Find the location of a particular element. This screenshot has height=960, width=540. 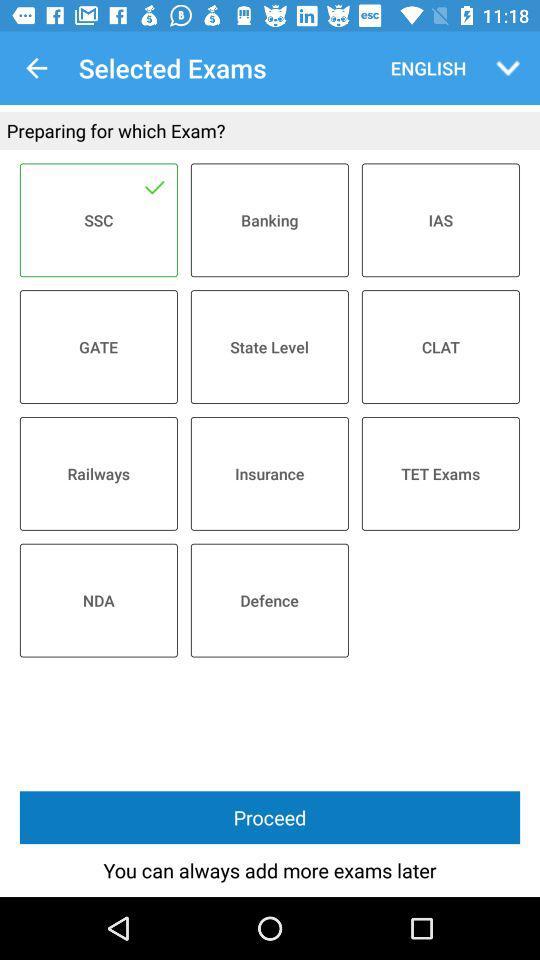

item above preparing for which icon is located at coordinates (508, 68).